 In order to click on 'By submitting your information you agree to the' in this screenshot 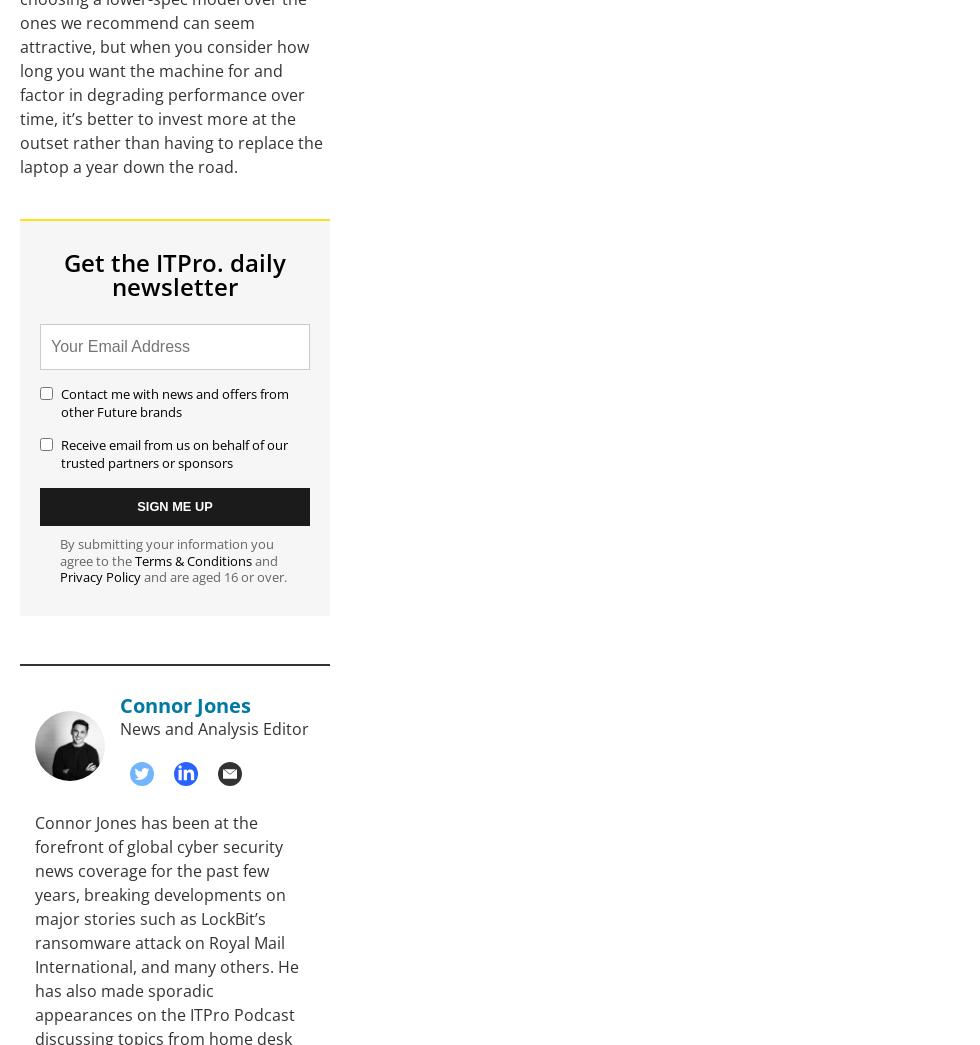, I will do `click(166, 551)`.